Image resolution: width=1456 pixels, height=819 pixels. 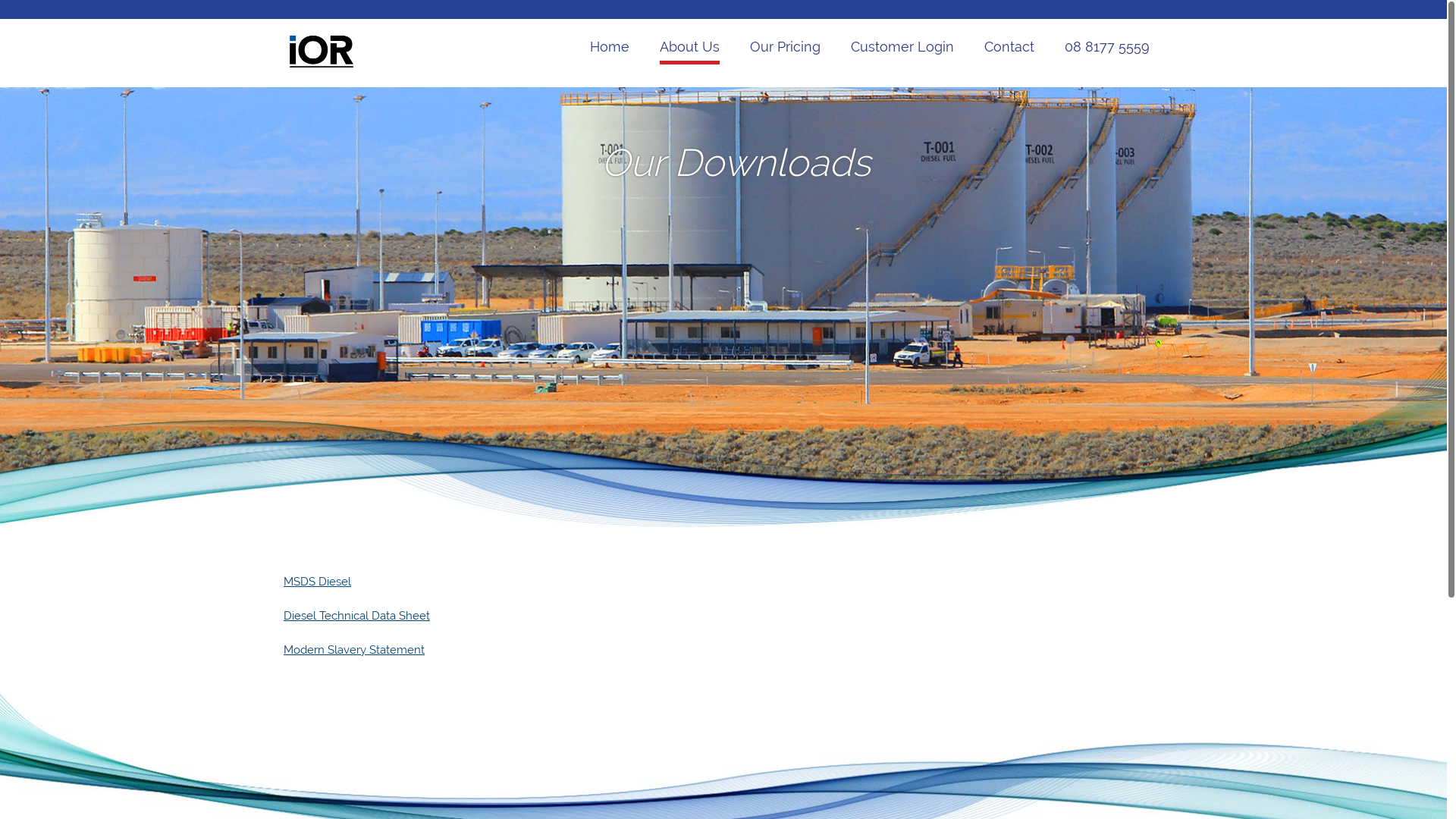 What do you see at coordinates (851, 48) in the screenshot?
I see `'Customer Login'` at bounding box center [851, 48].